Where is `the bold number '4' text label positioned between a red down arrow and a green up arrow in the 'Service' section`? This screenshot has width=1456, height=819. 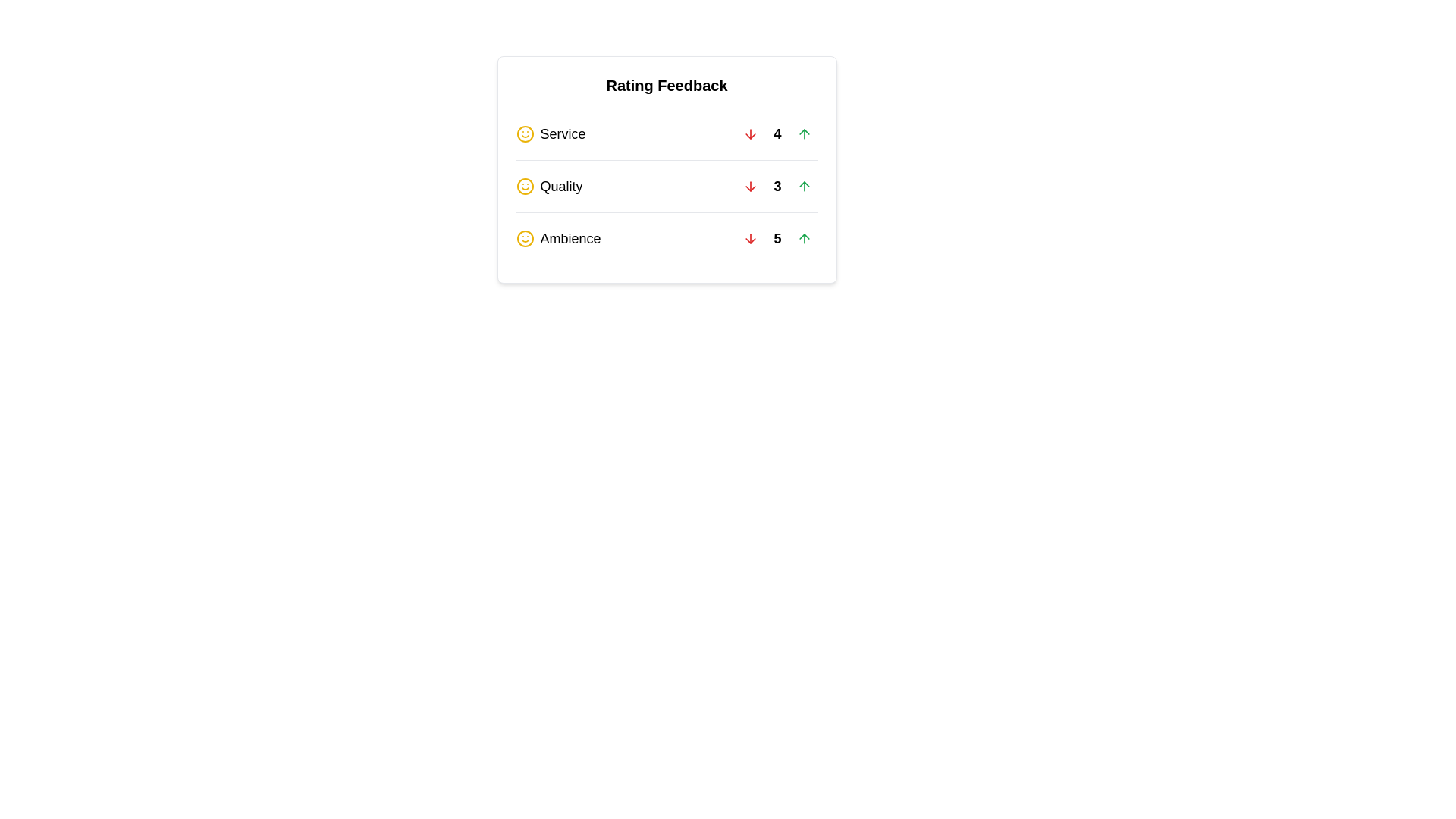 the bold number '4' text label positioned between a red down arrow and a green up arrow in the 'Service' section is located at coordinates (777, 133).